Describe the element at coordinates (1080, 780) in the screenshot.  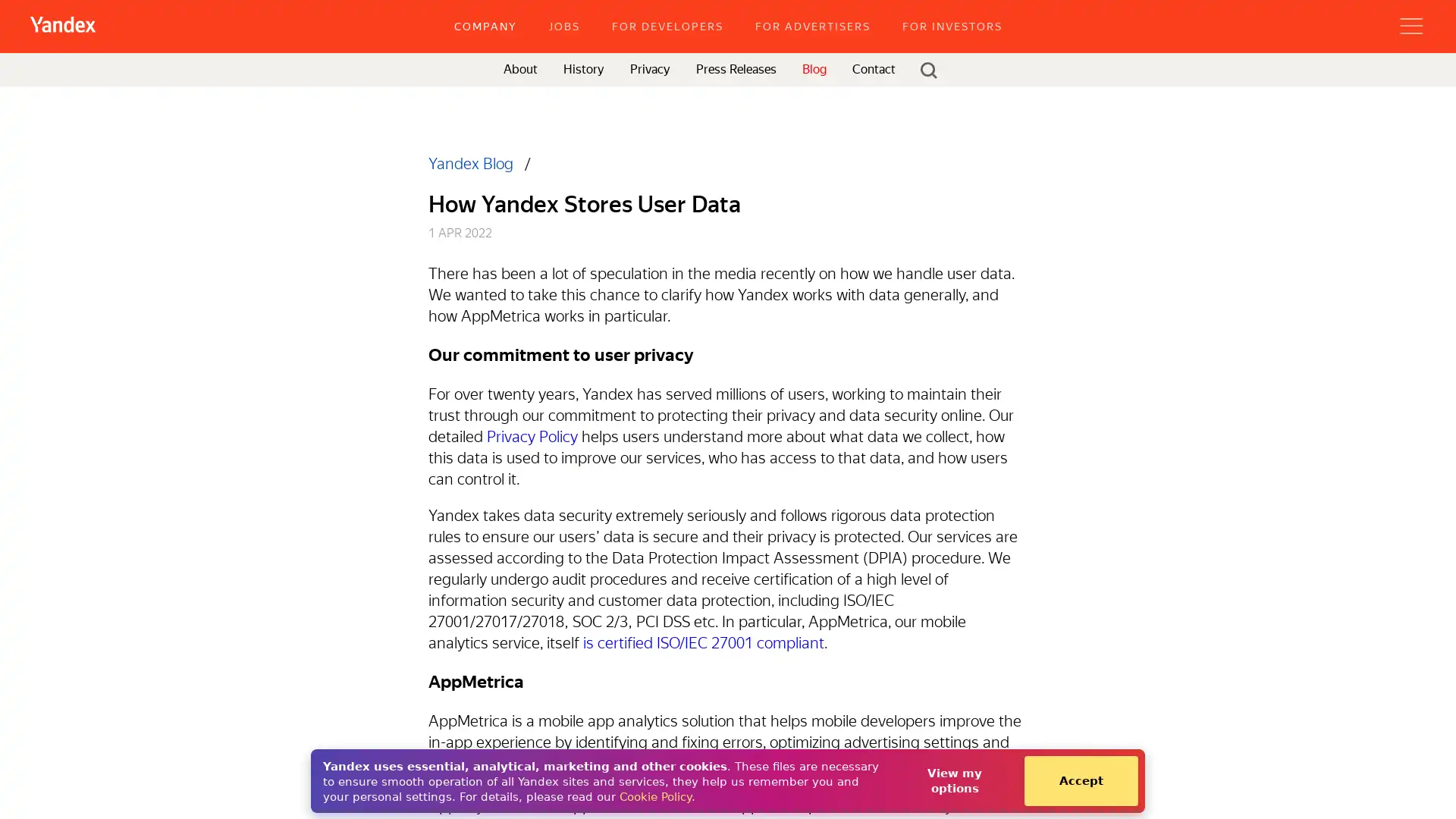
I see `Accept` at that location.